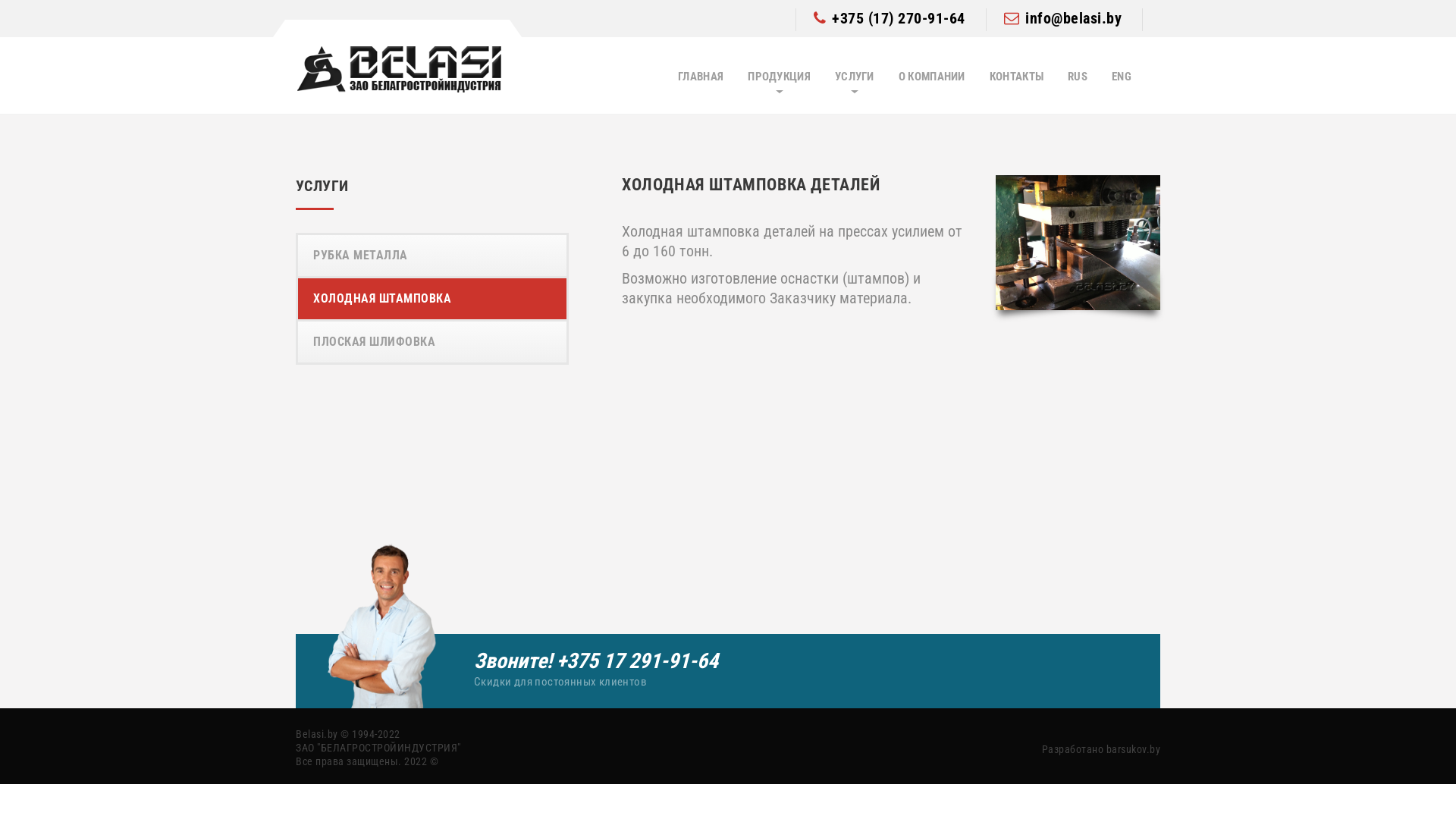  What do you see at coordinates (1111, 77) in the screenshot?
I see `'ENG'` at bounding box center [1111, 77].